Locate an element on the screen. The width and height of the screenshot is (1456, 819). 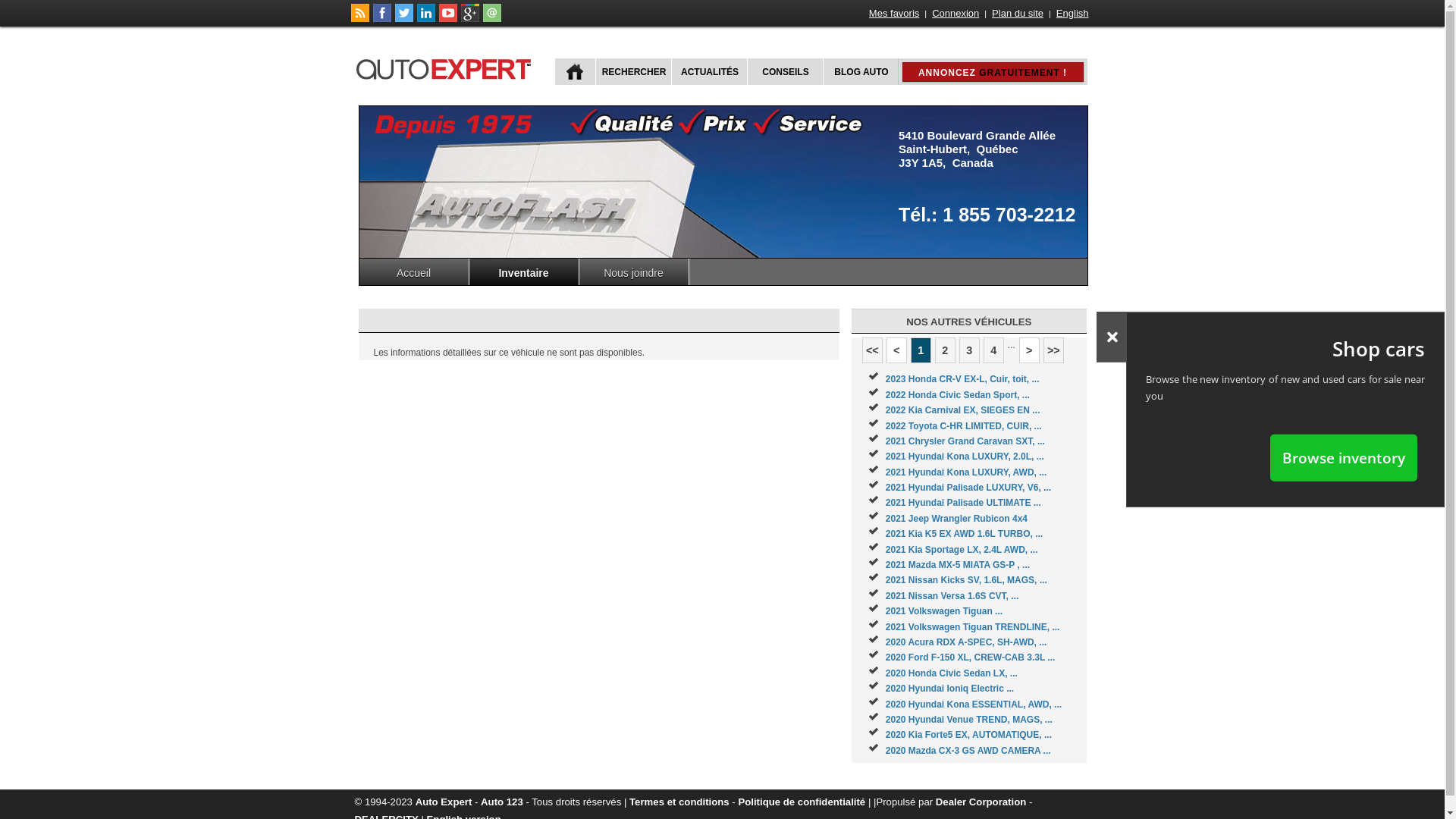
'Dealer Corporation' is located at coordinates (934, 801).